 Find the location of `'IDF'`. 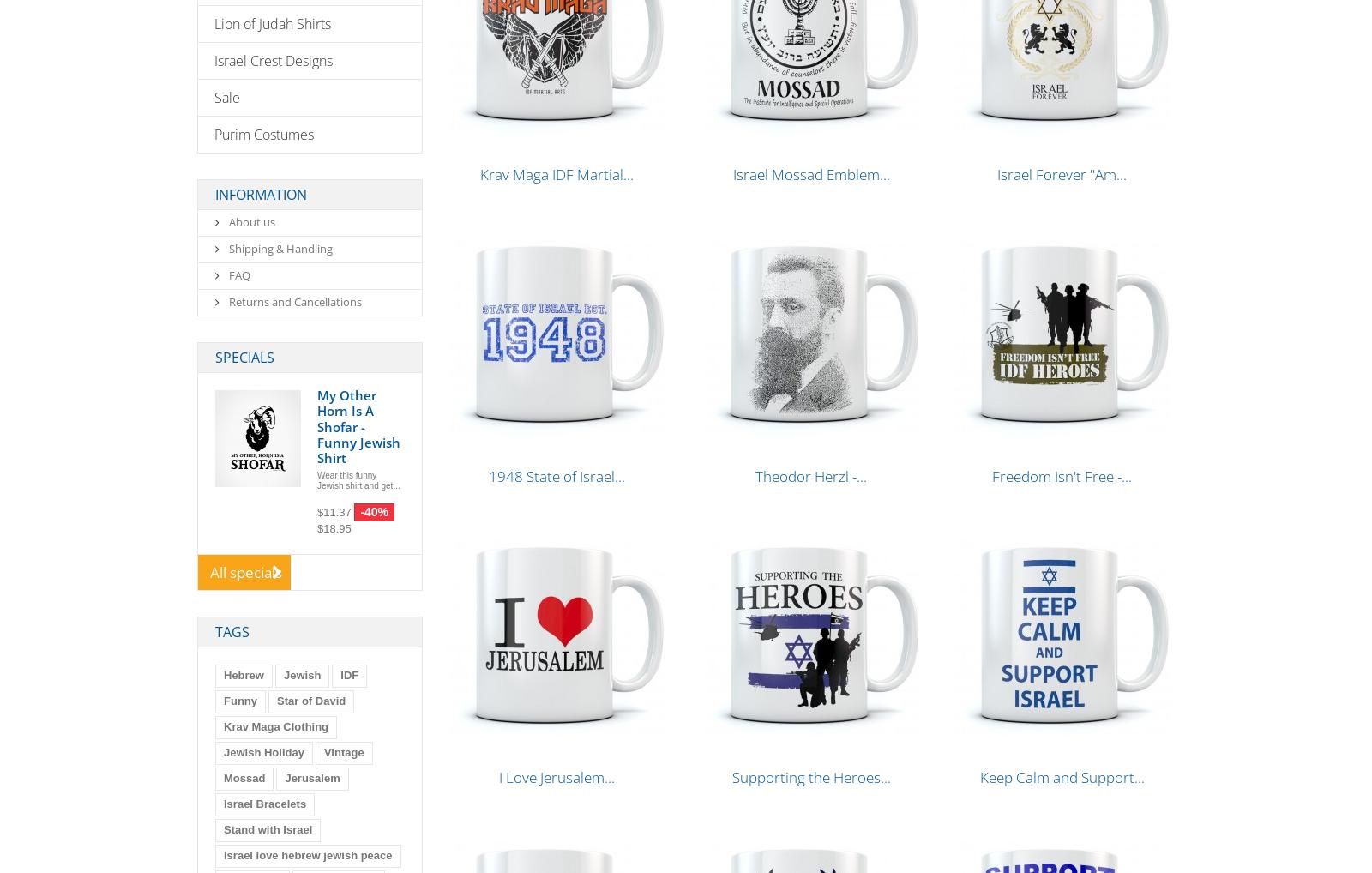

'IDF' is located at coordinates (348, 675).